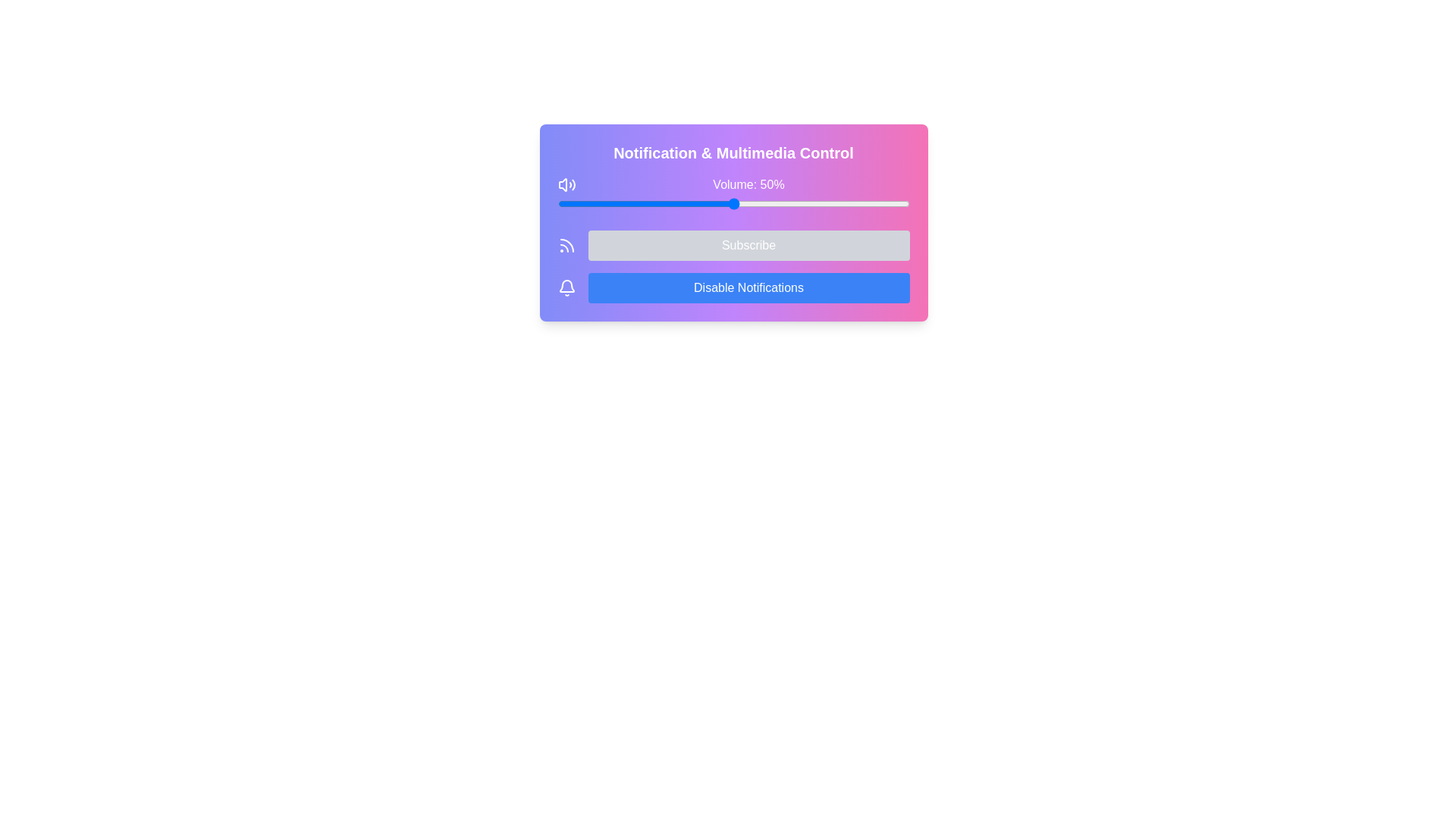 The height and width of the screenshot is (819, 1456). I want to click on the volume slider, so click(810, 203).